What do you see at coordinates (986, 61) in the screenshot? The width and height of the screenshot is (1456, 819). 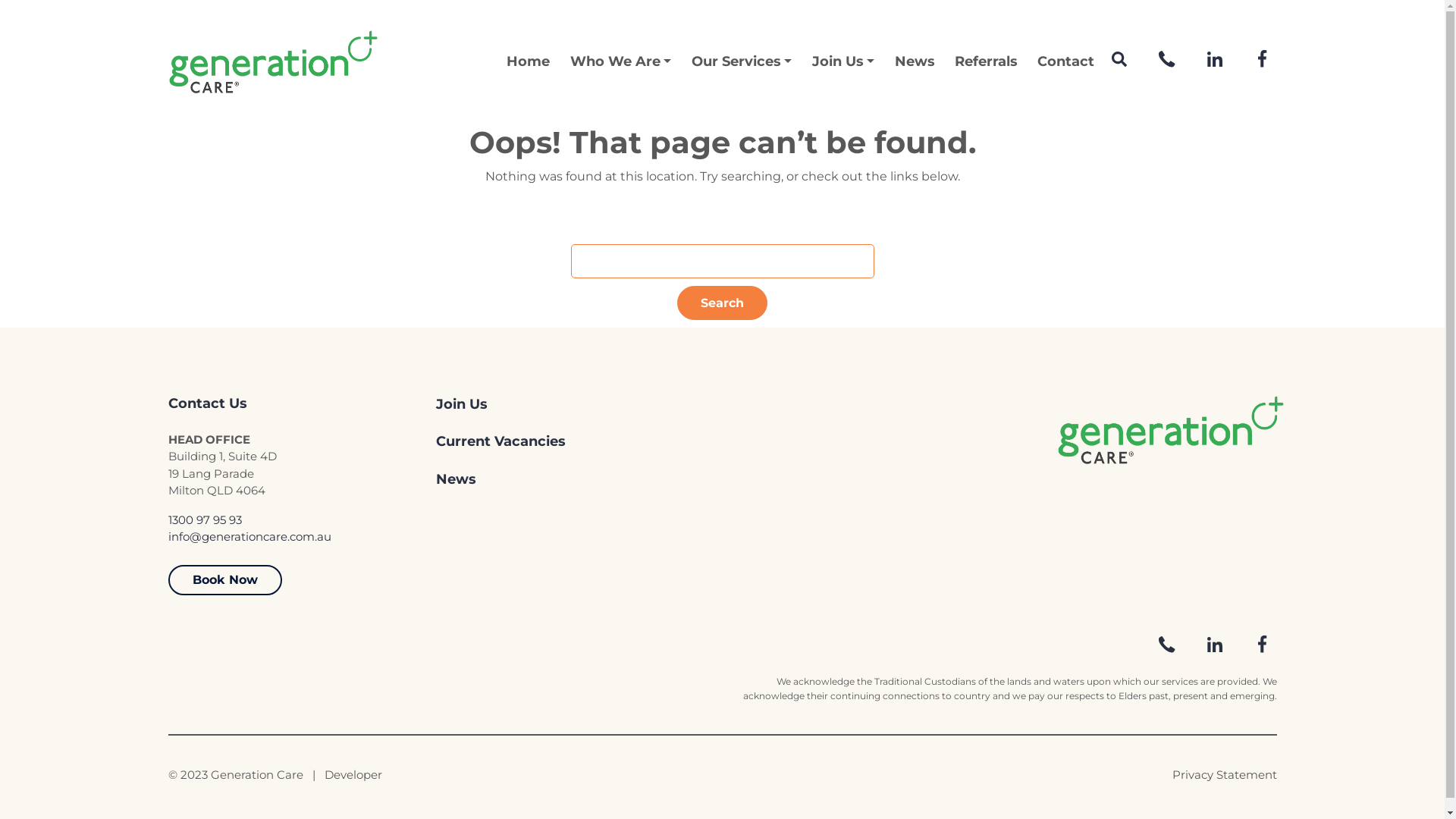 I see `'Referrals'` at bounding box center [986, 61].